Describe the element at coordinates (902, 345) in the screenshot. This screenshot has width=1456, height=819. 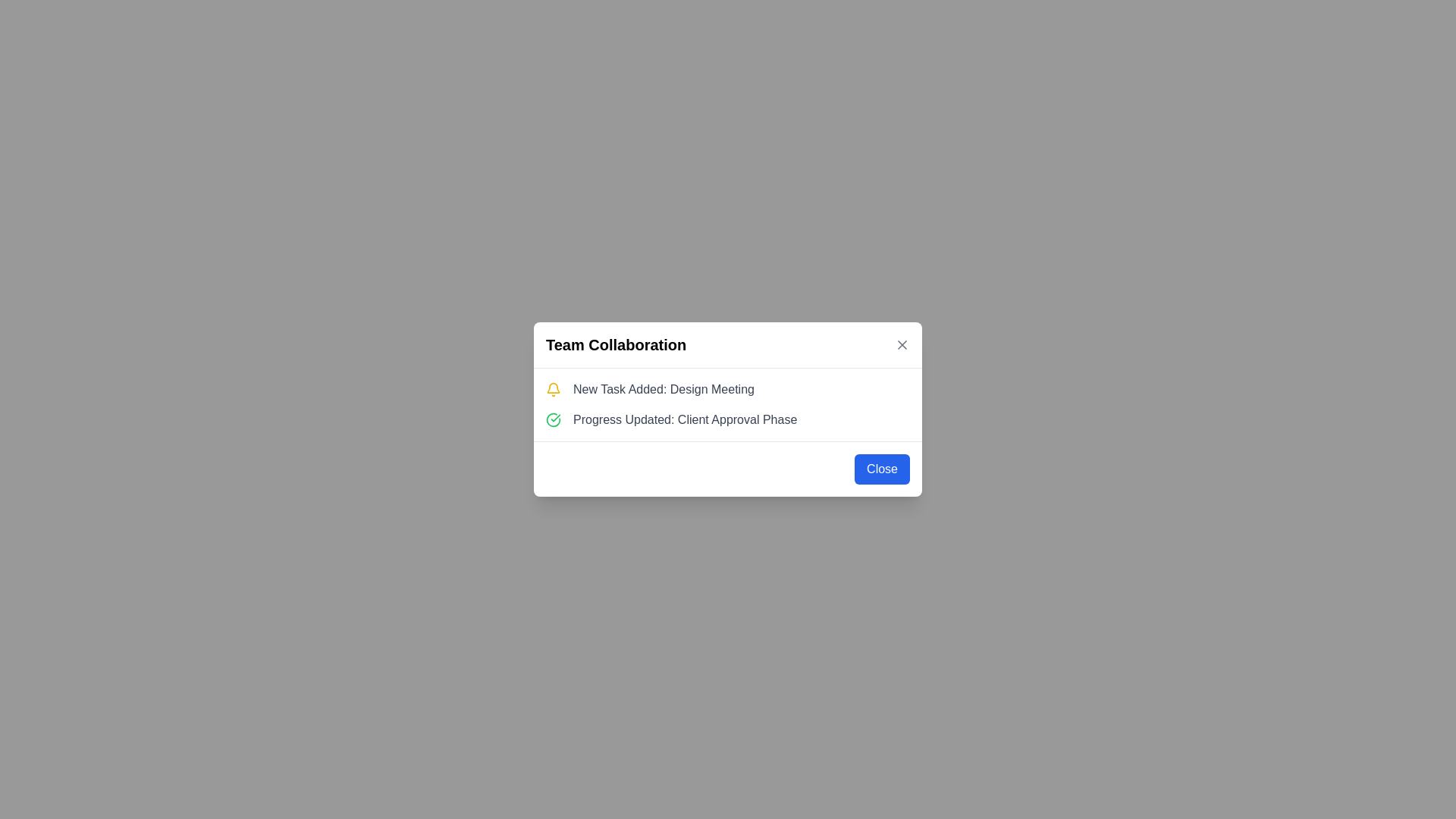
I see `the small close button icon with an 'X' in the middle` at that location.